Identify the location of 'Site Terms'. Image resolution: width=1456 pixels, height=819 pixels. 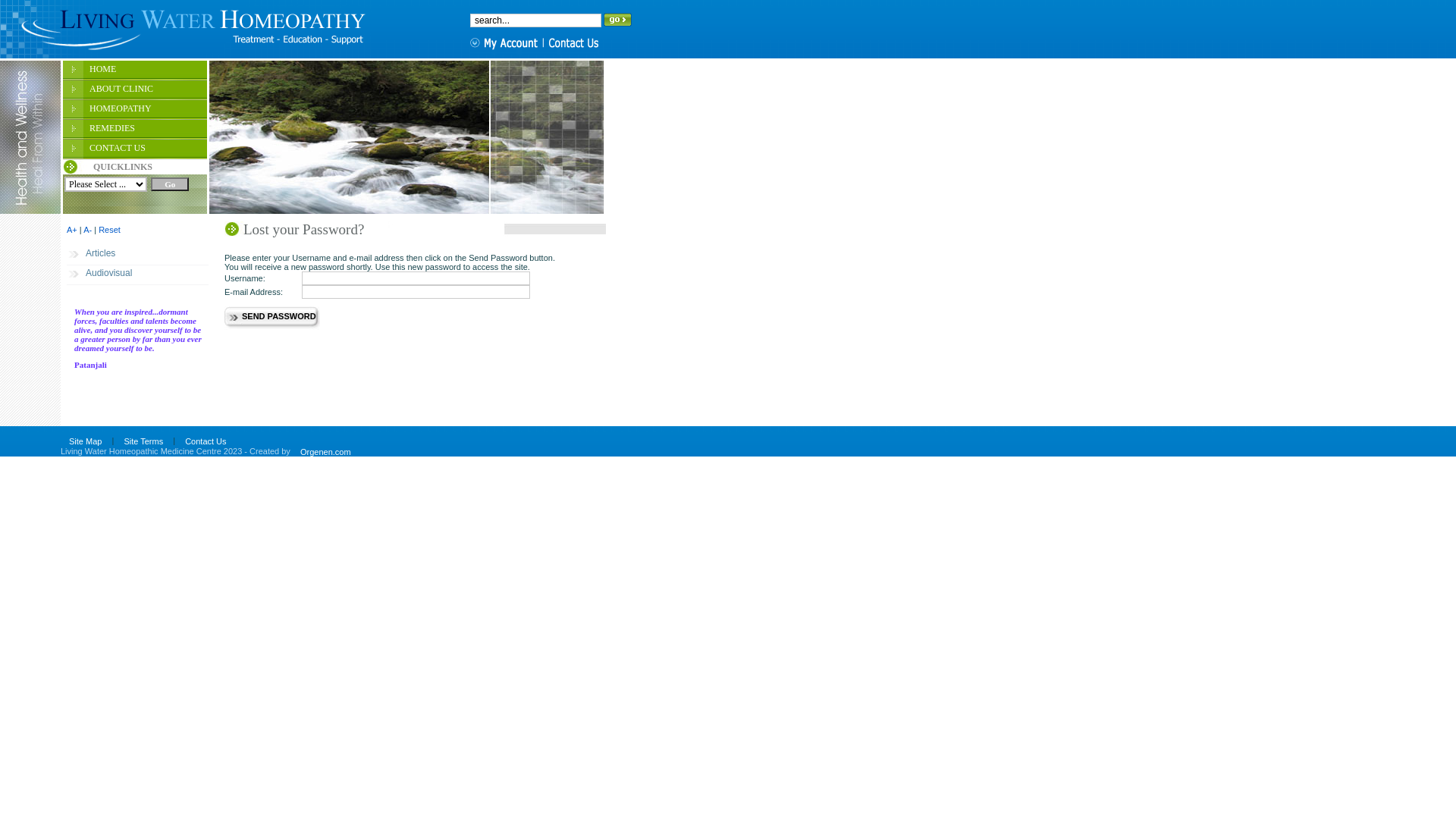
(143, 441).